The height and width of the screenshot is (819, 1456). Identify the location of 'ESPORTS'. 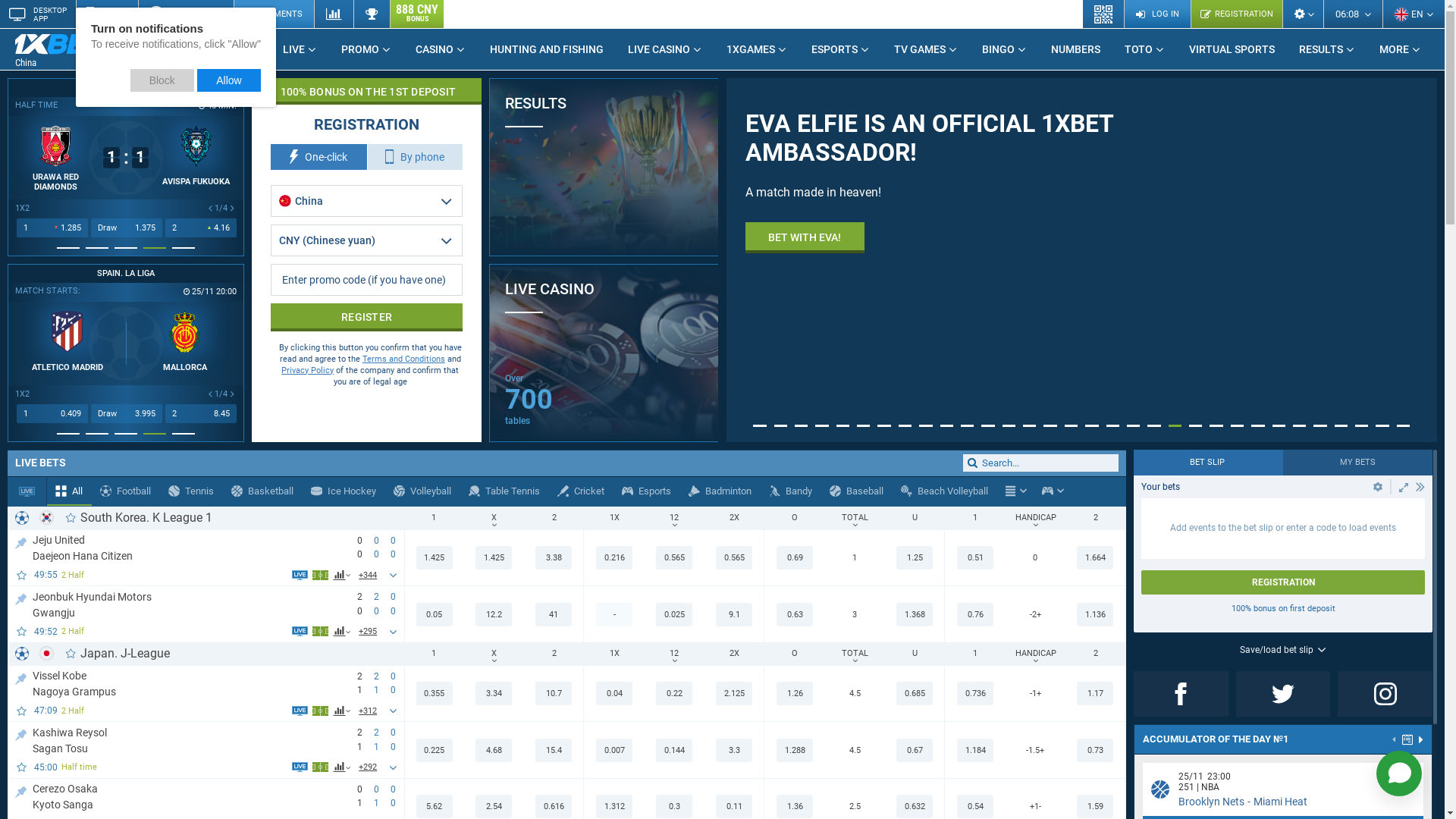
(799, 49).